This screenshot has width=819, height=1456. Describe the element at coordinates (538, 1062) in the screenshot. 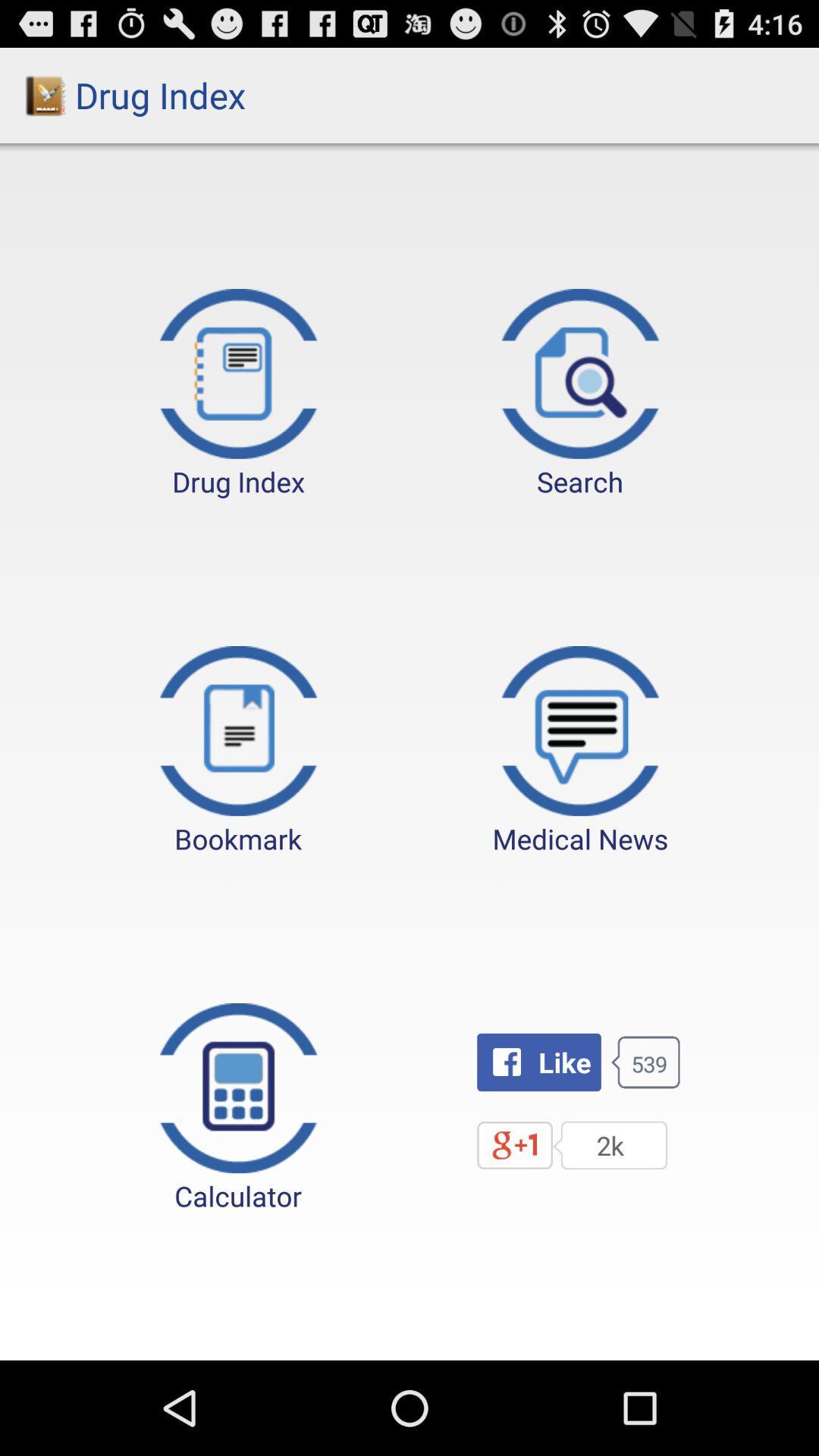

I see `icon to the right of calculator item` at that location.